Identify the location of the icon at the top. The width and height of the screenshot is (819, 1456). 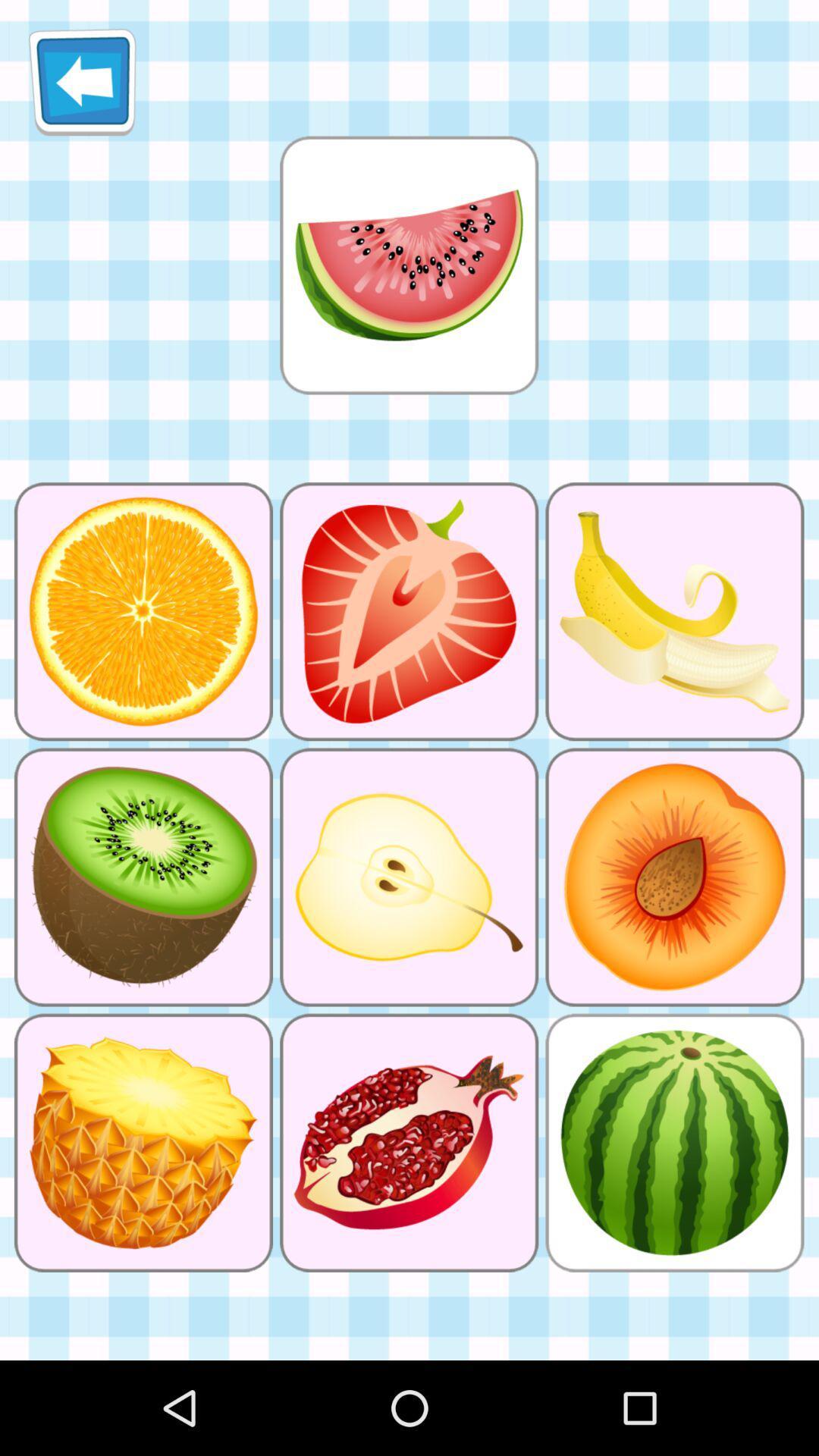
(408, 265).